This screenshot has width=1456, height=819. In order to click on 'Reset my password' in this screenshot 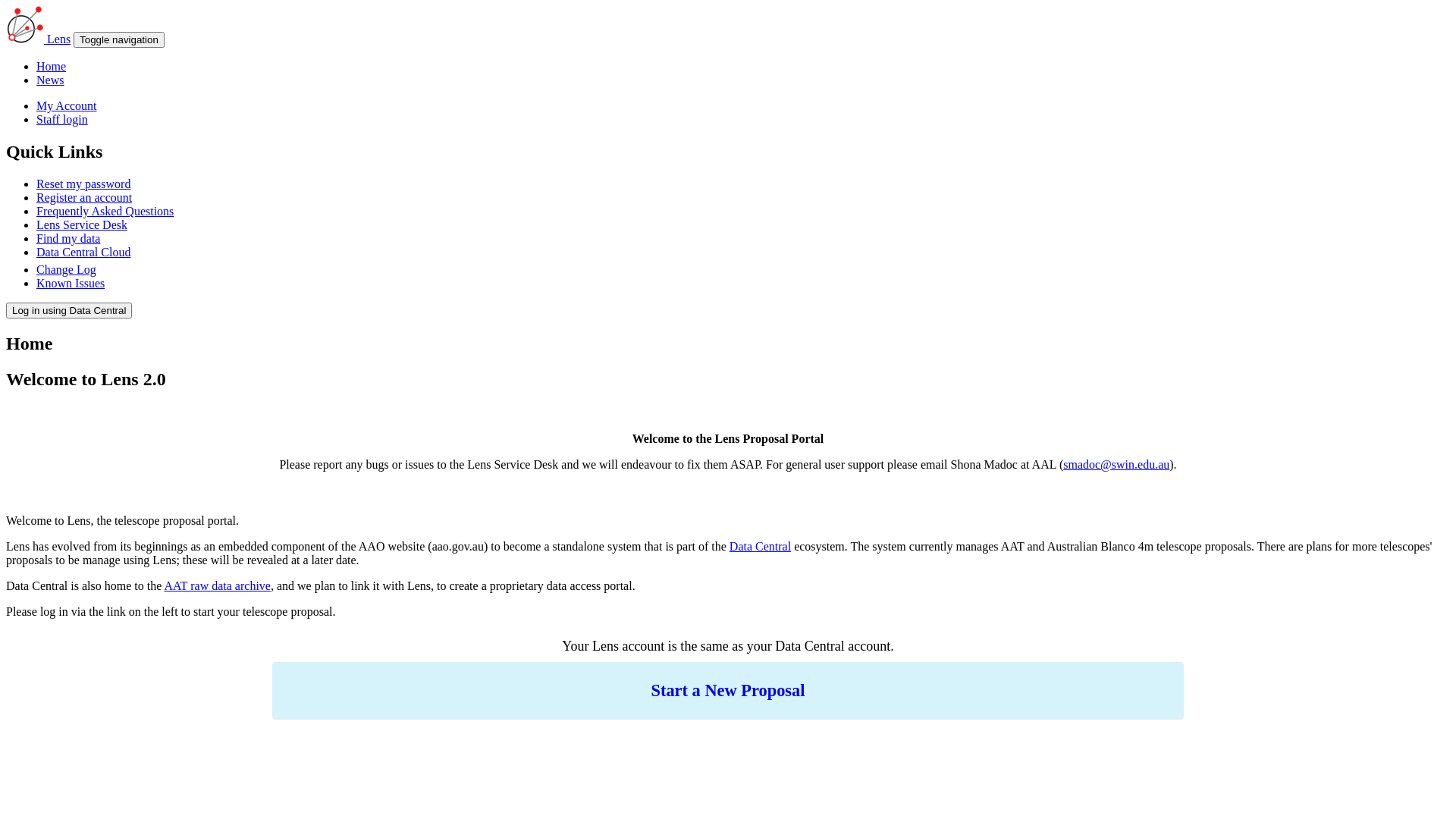, I will do `click(83, 183)`.